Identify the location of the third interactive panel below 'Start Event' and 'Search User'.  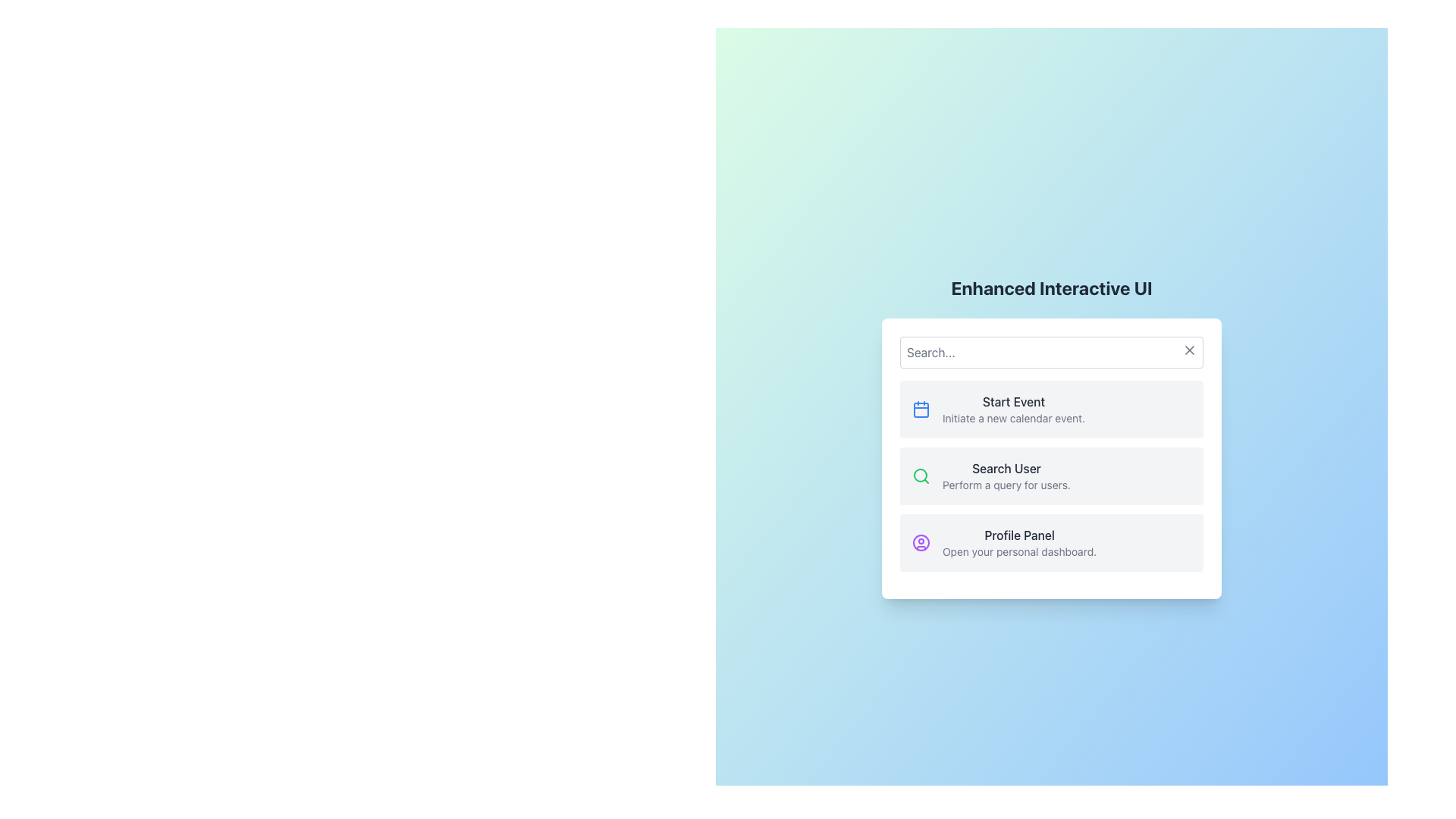
(1051, 542).